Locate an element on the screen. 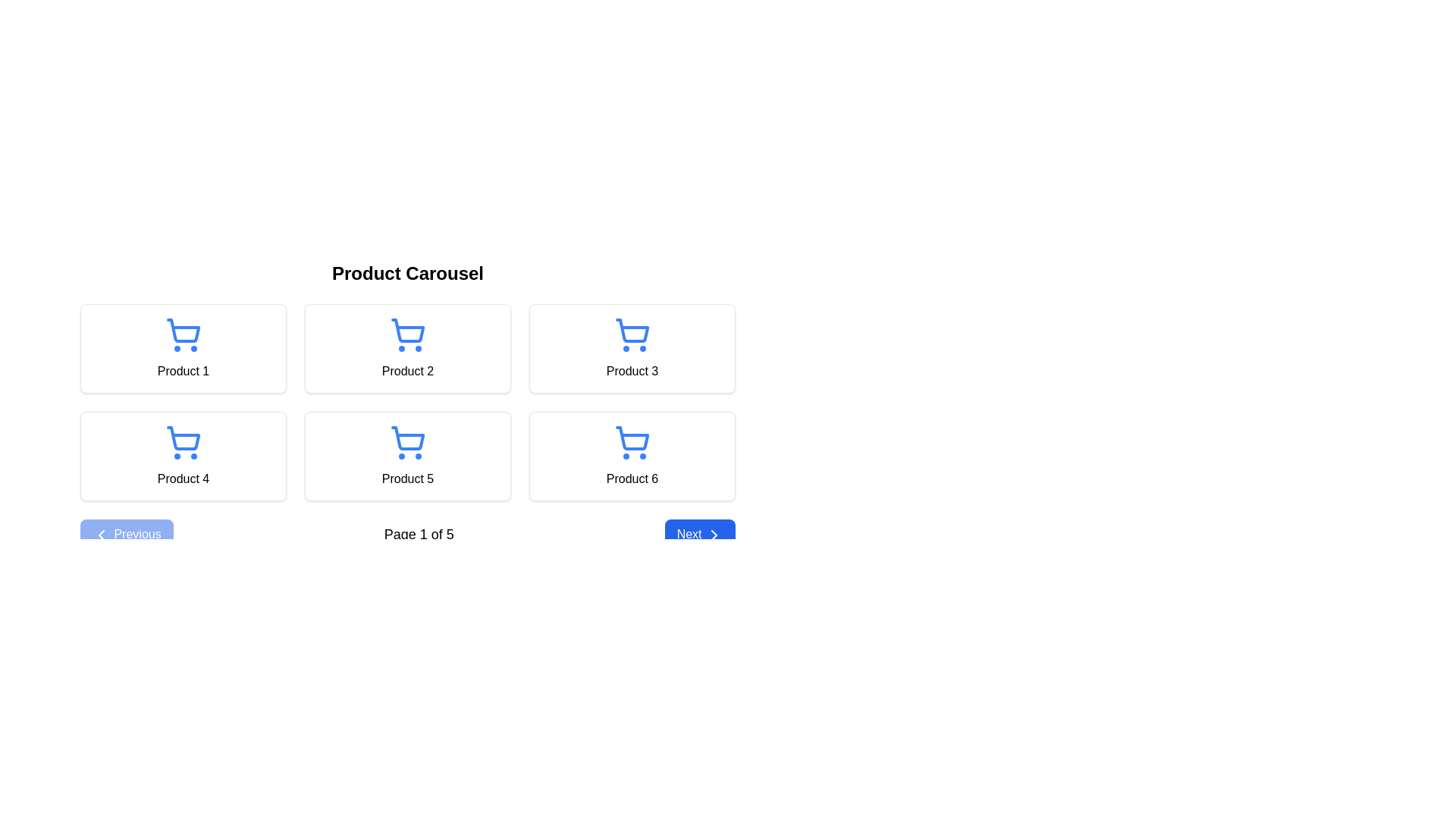 The image size is (1456, 819). the static label indicating 'Product Carousel', which is positioned directly above the product grid is located at coordinates (407, 274).